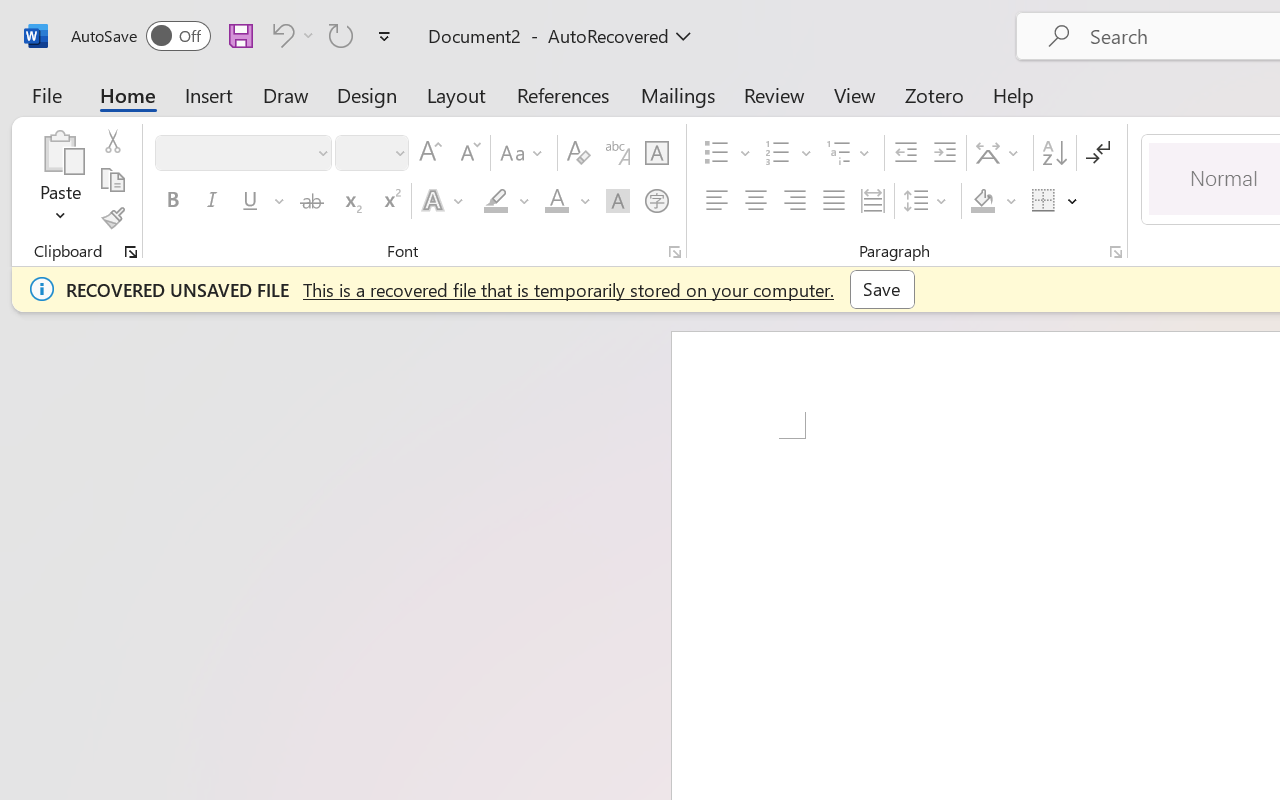 Image resolution: width=1280 pixels, height=800 pixels. I want to click on 'Character Shading', so click(617, 201).